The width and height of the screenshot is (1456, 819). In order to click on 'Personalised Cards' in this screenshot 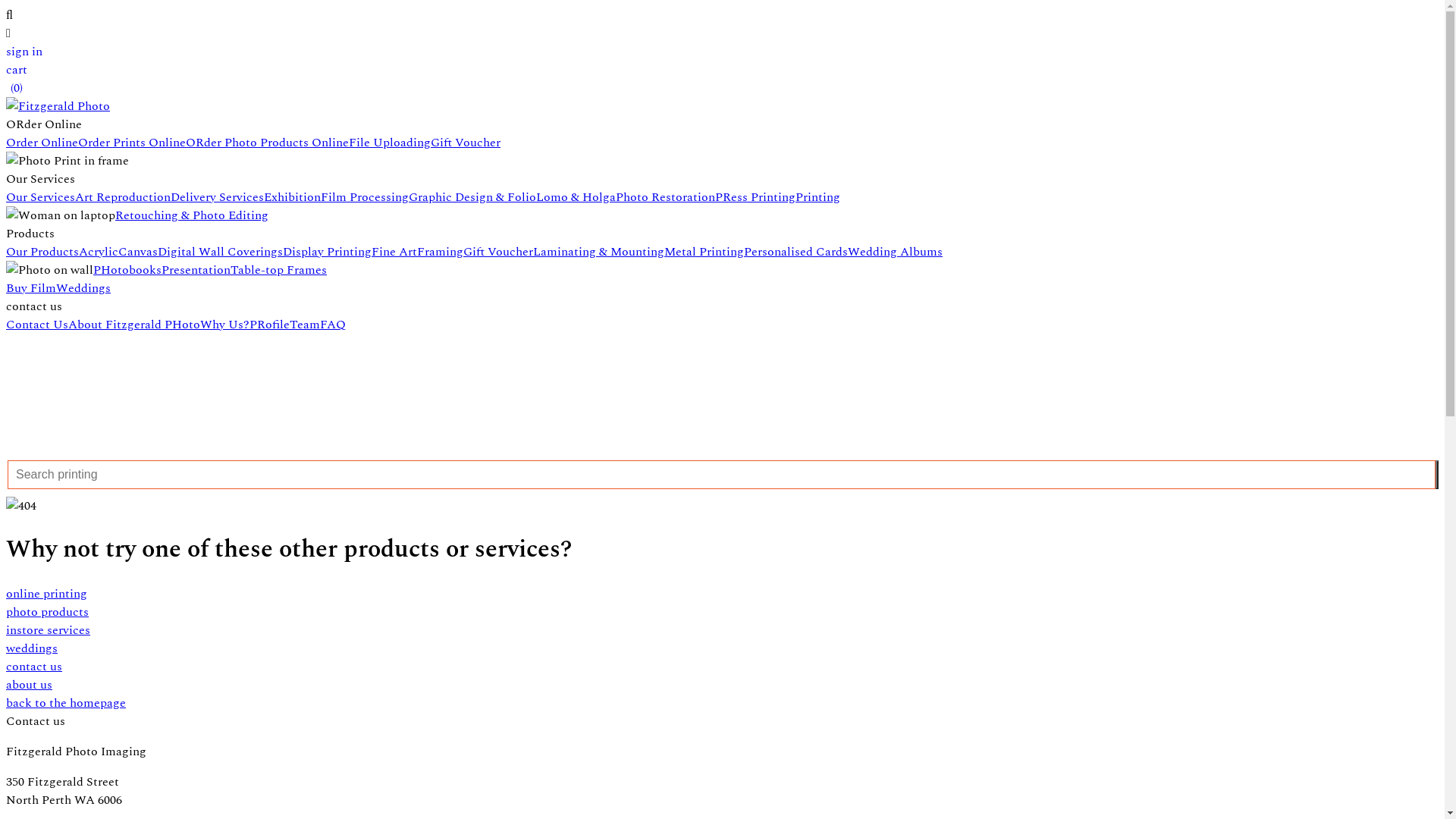, I will do `click(743, 250)`.